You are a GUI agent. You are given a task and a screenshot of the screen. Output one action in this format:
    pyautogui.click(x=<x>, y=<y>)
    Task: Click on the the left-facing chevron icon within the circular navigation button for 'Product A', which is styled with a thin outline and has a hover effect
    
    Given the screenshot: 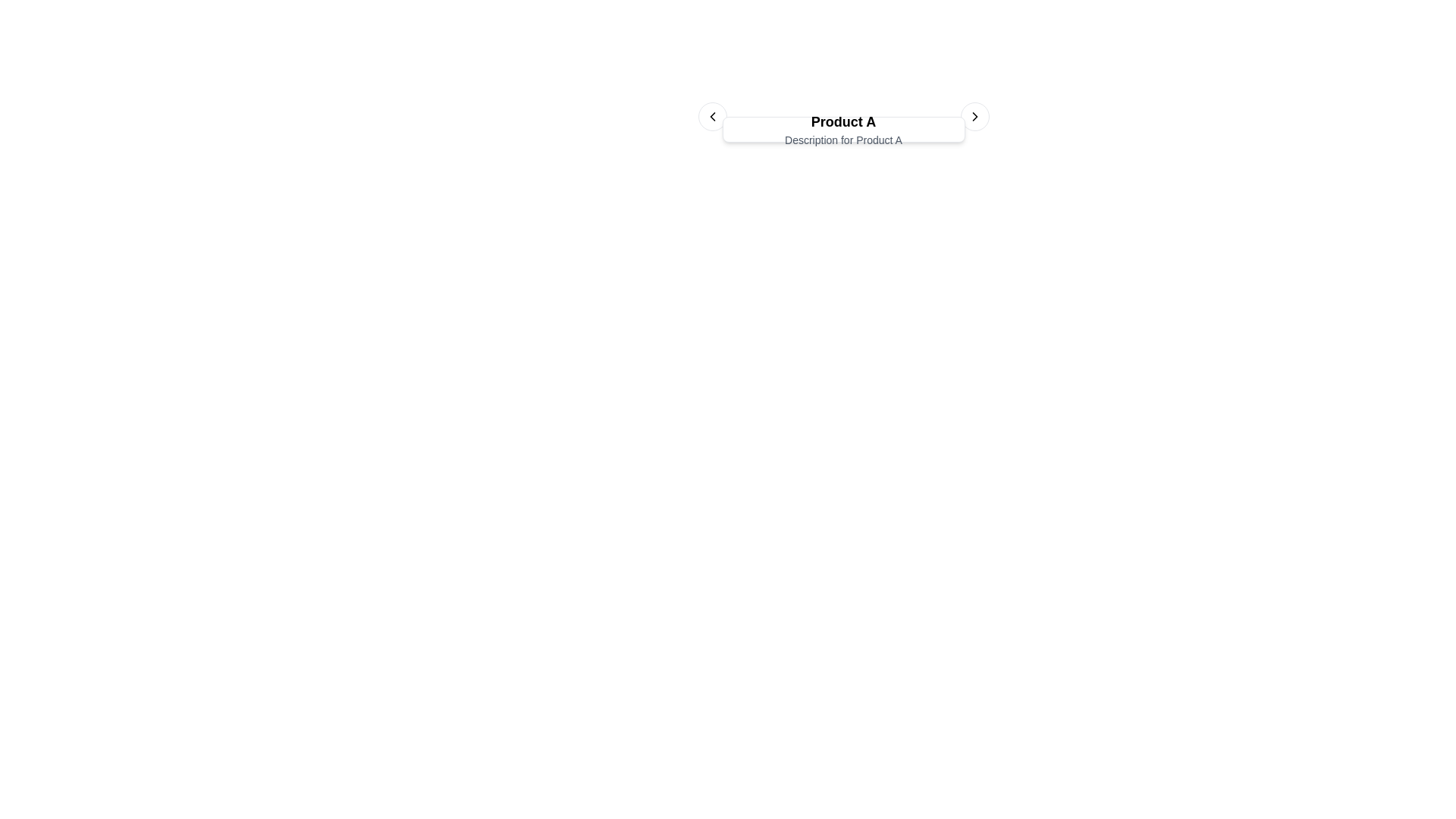 What is the action you would take?
    pyautogui.click(x=711, y=116)
    